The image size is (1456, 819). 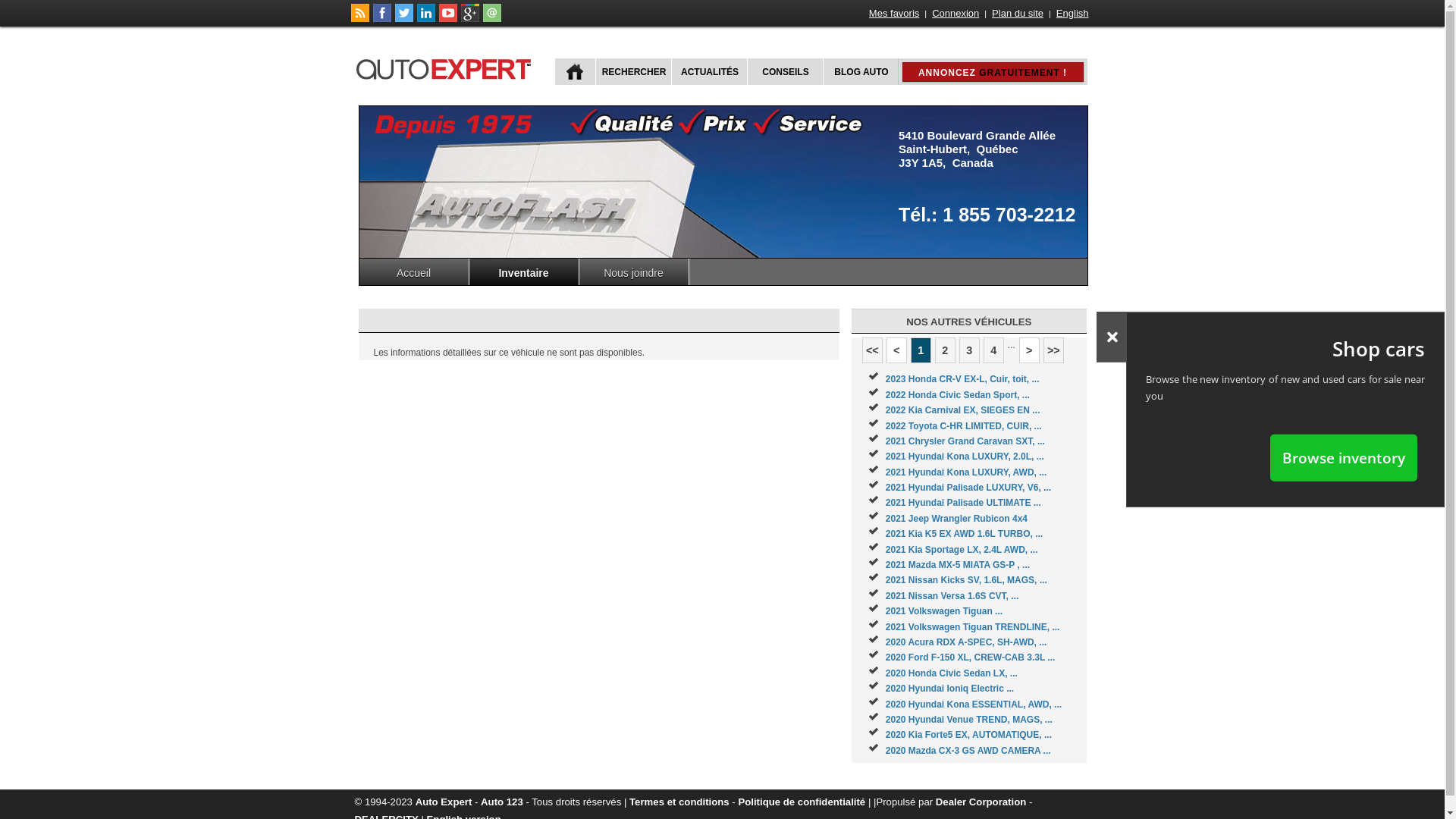 What do you see at coordinates (783, 71) in the screenshot?
I see `'CONSEILS'` at bounding box center [783, 71].